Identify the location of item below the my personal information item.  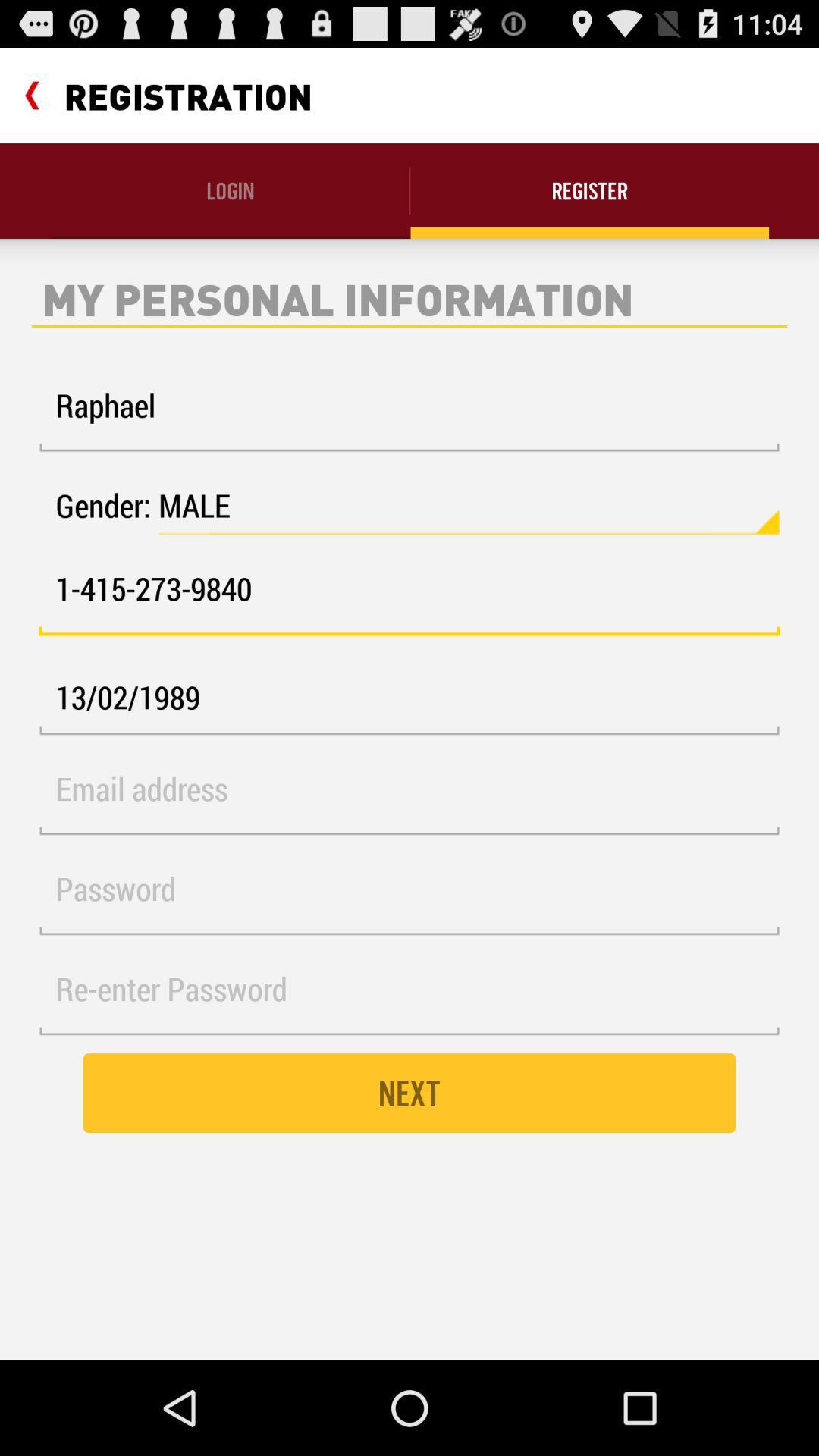
(409, 414).